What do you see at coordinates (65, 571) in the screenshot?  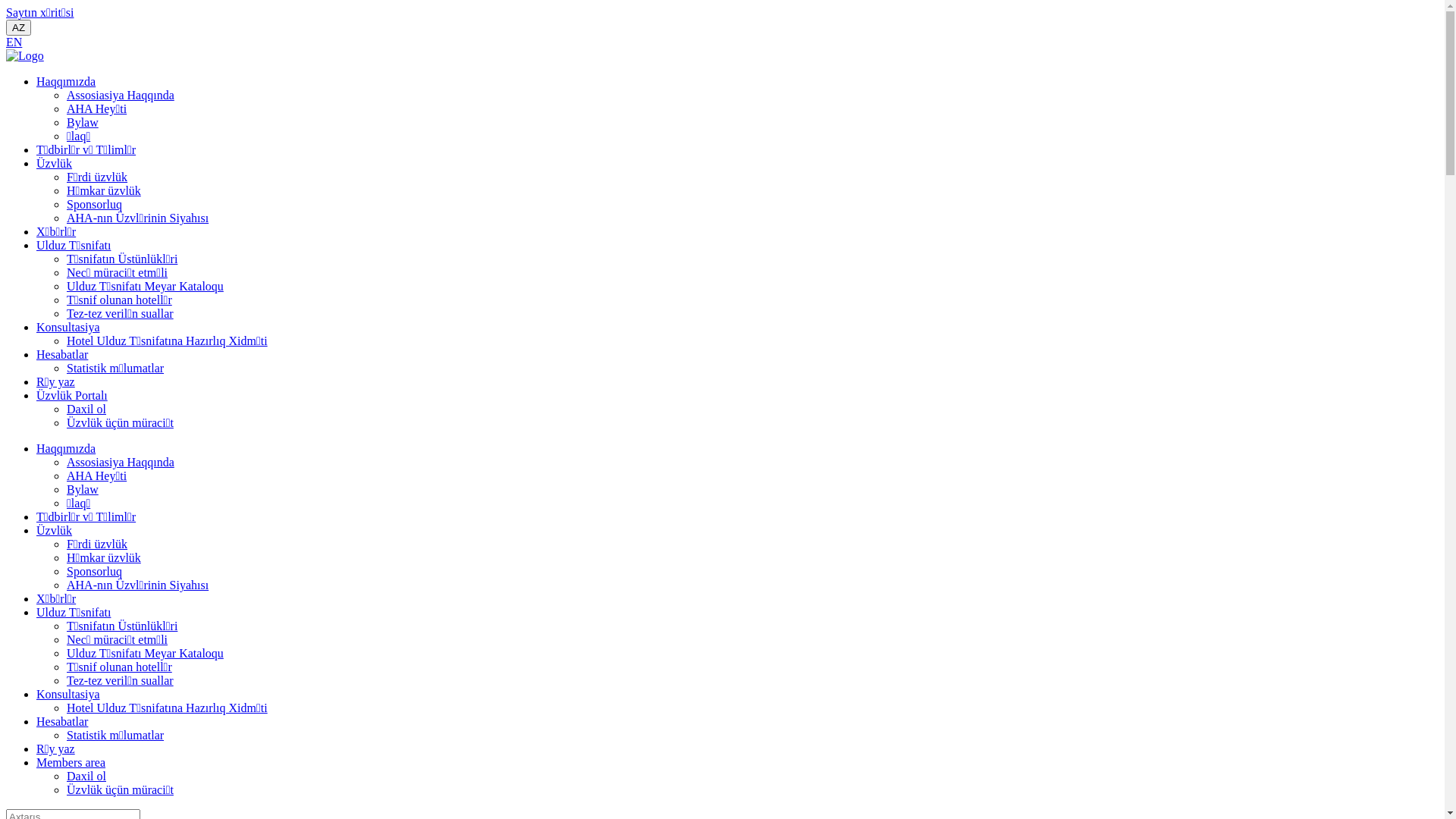 I see `'Sponsorluq'` at bounding box center [65, 571].